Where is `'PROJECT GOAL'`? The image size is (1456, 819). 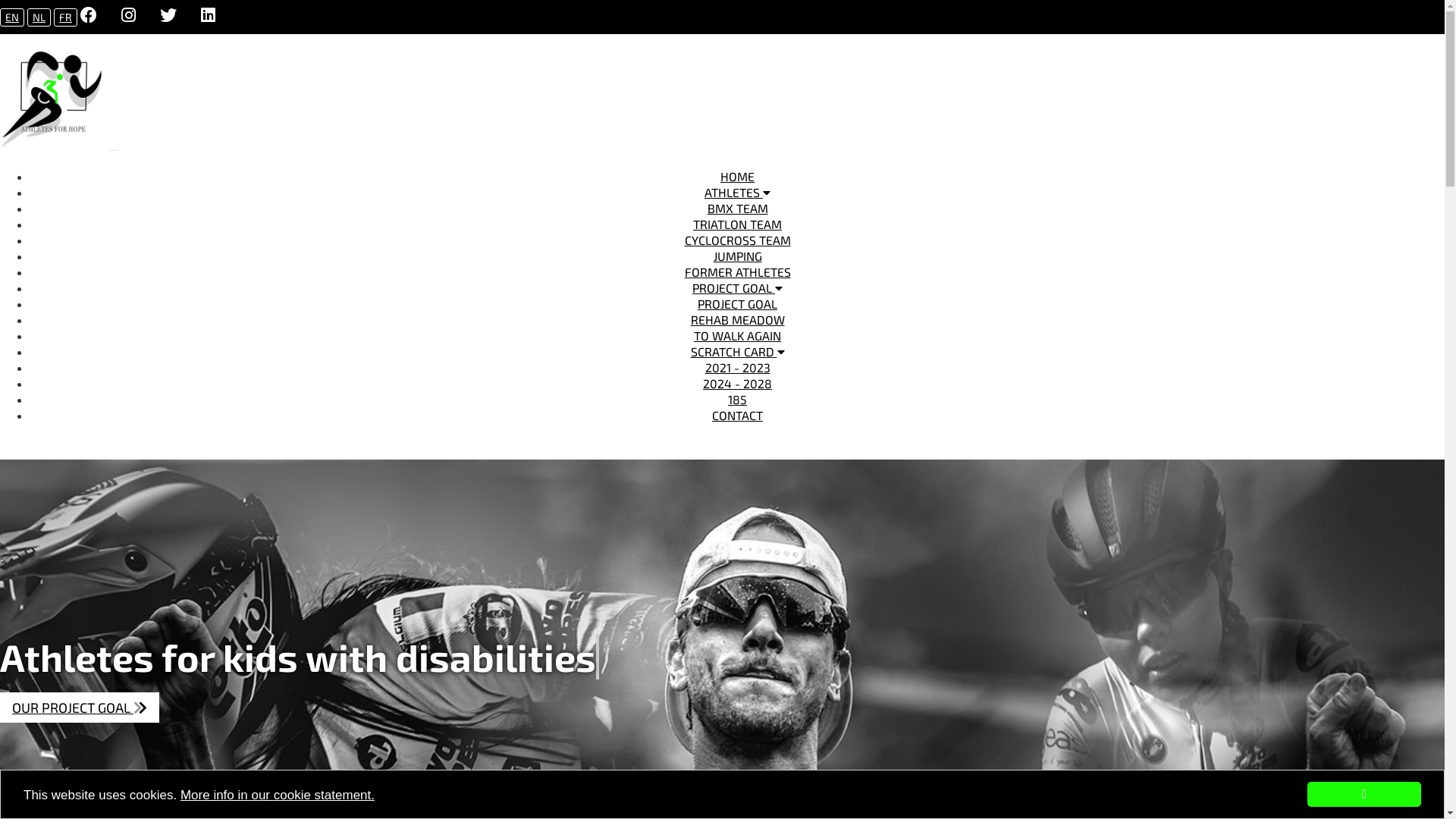 'PROJECT GOAL' is located at coordinates (737, 287).